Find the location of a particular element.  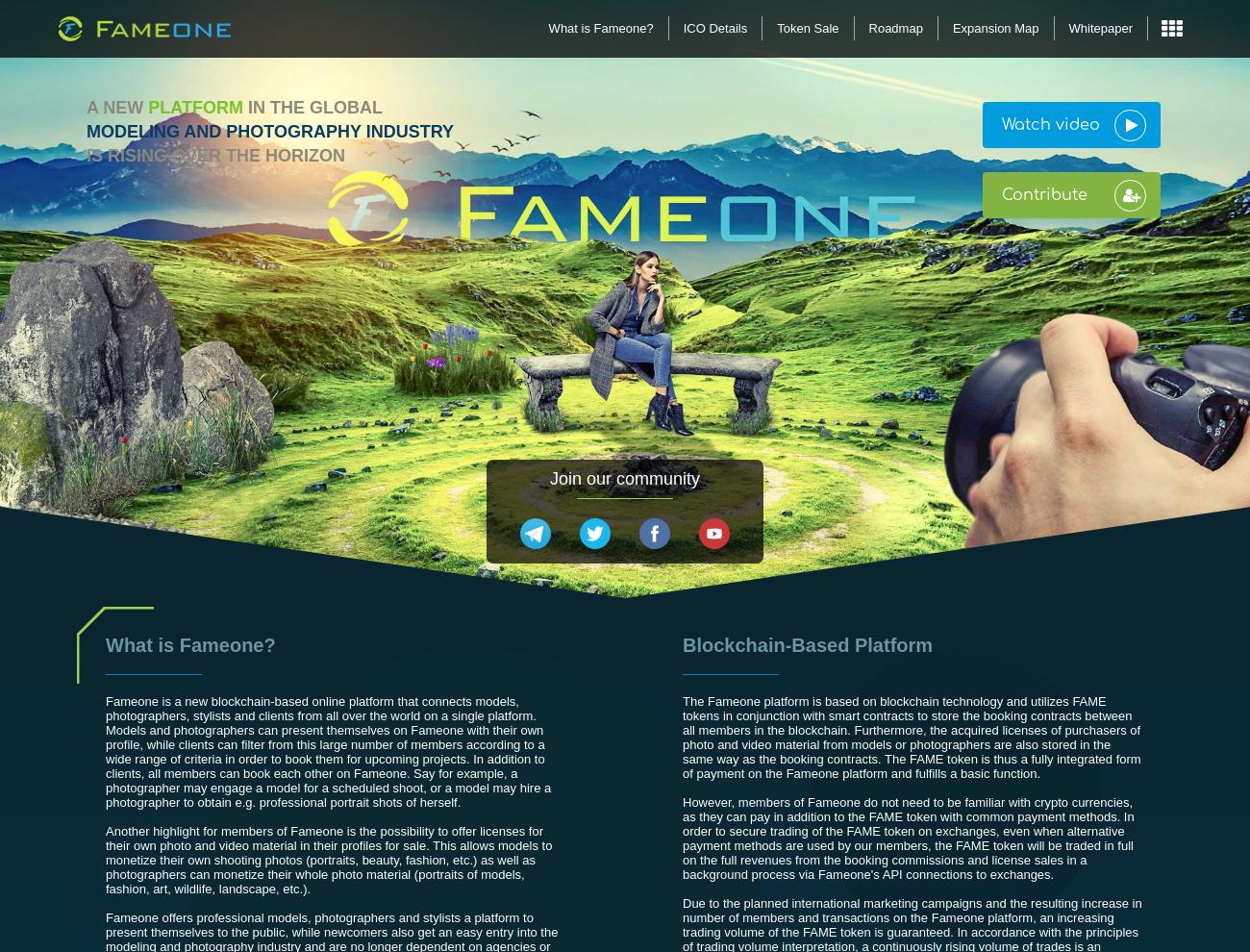

'Blockchain-Based Platform' is located at coordinates (808, 645).